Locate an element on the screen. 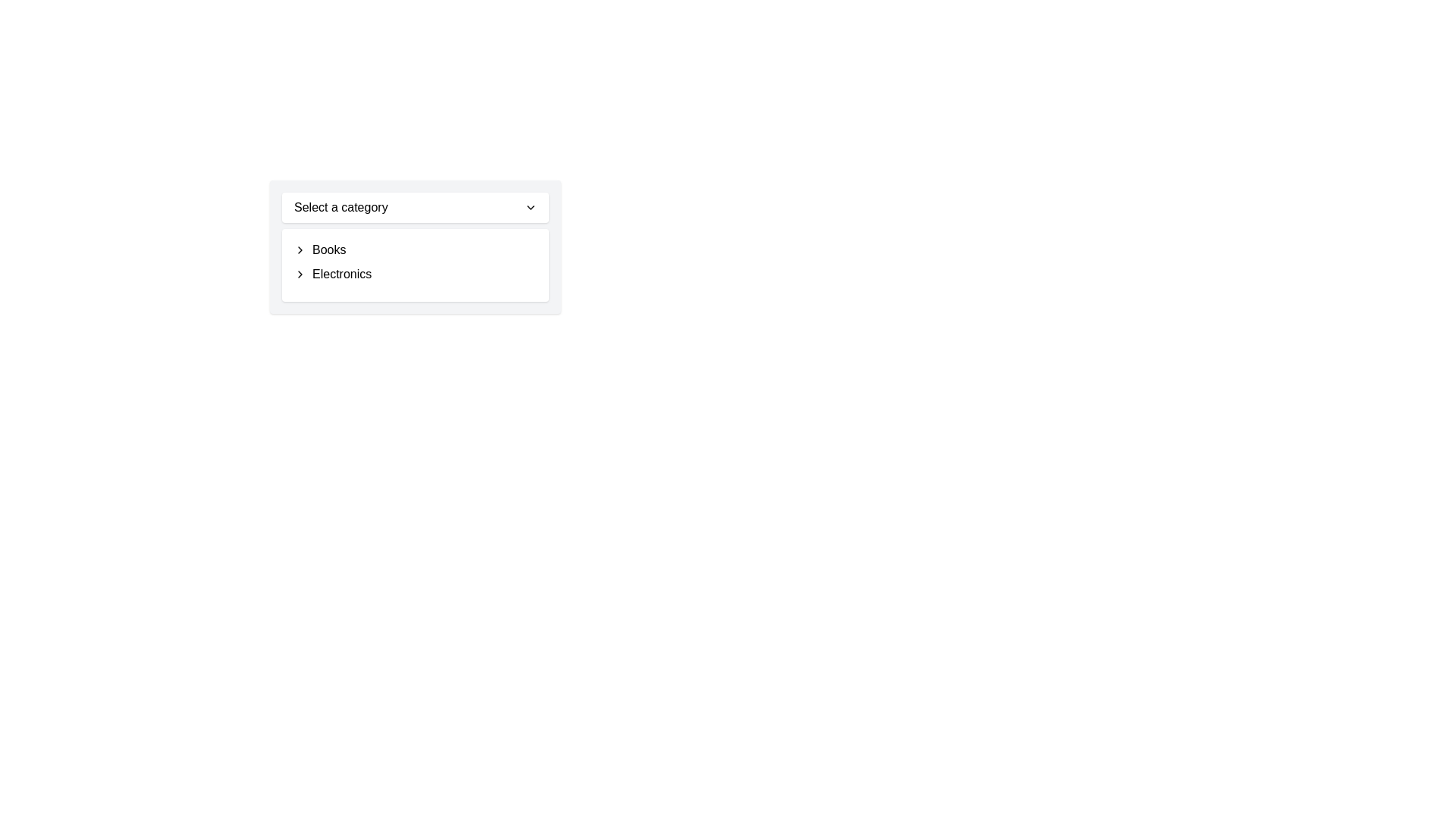  the 'Electronics' category list item, which is the second item in the category list is located at coordinates (415, 275).